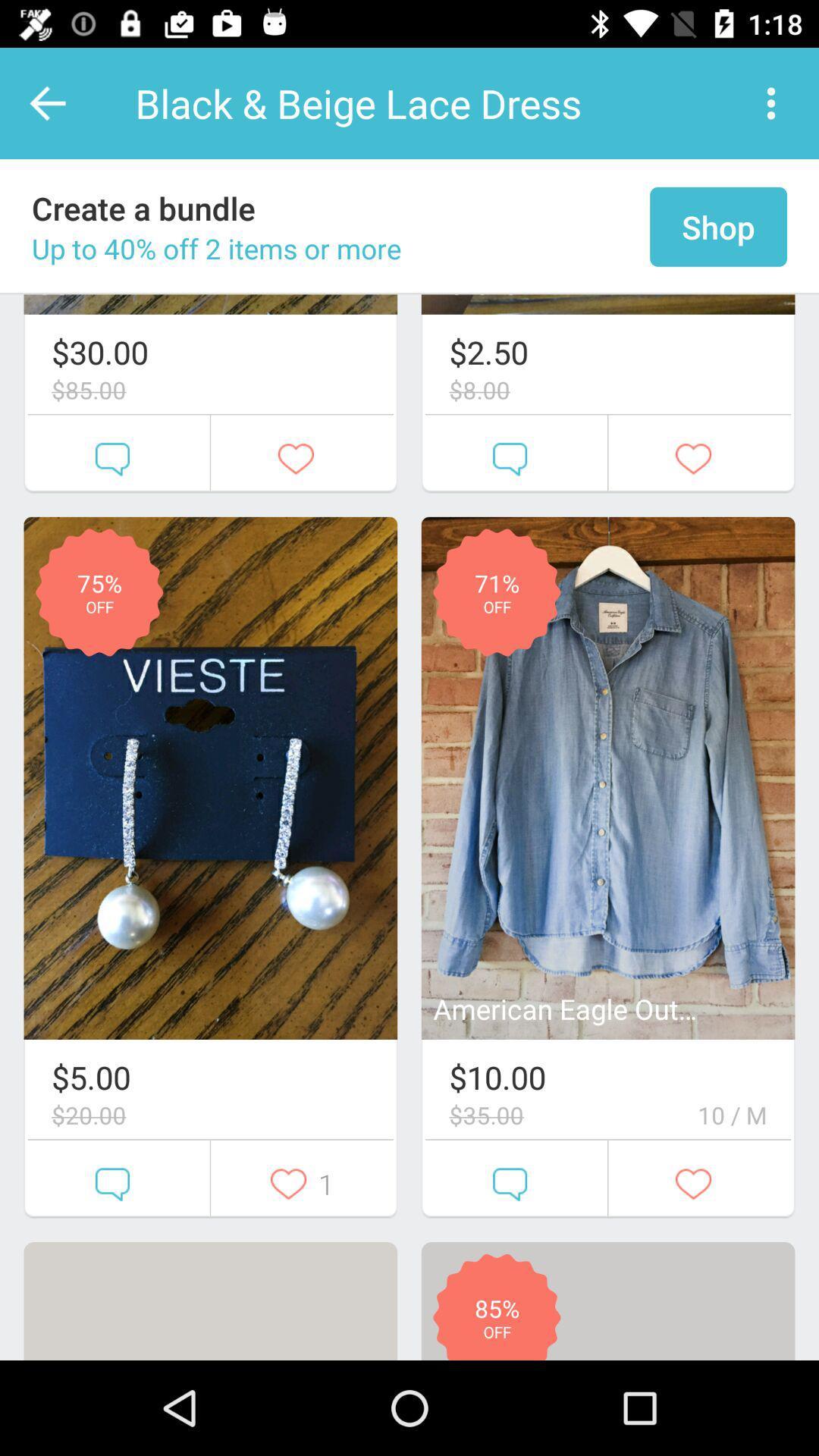 Image resolution: width=819 pixels, height=1456 pixels. What do you see at coordinates (717, 226) in the screenshot?
I see `the shop button` at bounding box center [717, 226].